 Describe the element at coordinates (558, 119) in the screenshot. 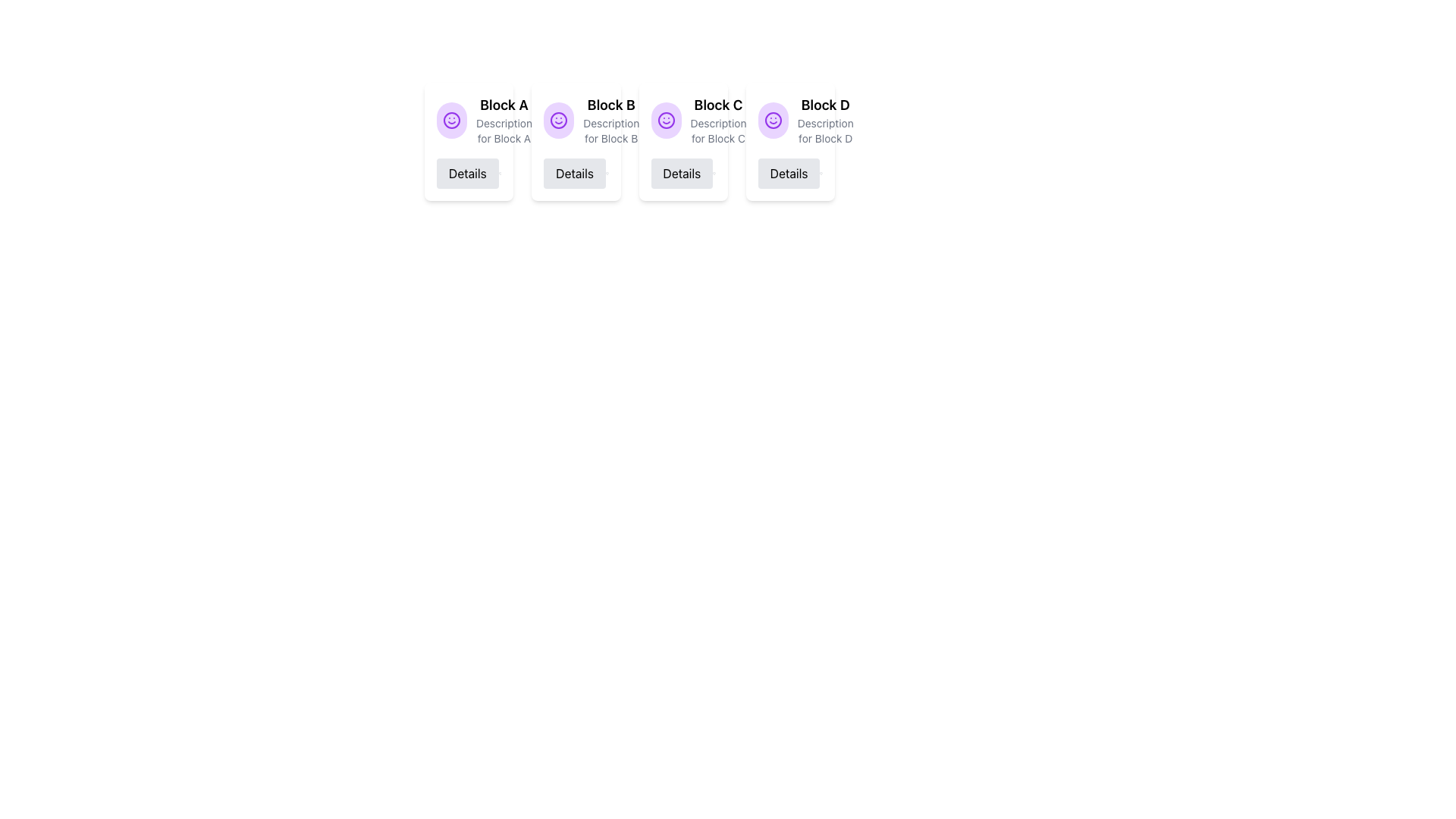

I see `the circular icon representing the 'Block B' card located at the leftmost part of the card` at that location.